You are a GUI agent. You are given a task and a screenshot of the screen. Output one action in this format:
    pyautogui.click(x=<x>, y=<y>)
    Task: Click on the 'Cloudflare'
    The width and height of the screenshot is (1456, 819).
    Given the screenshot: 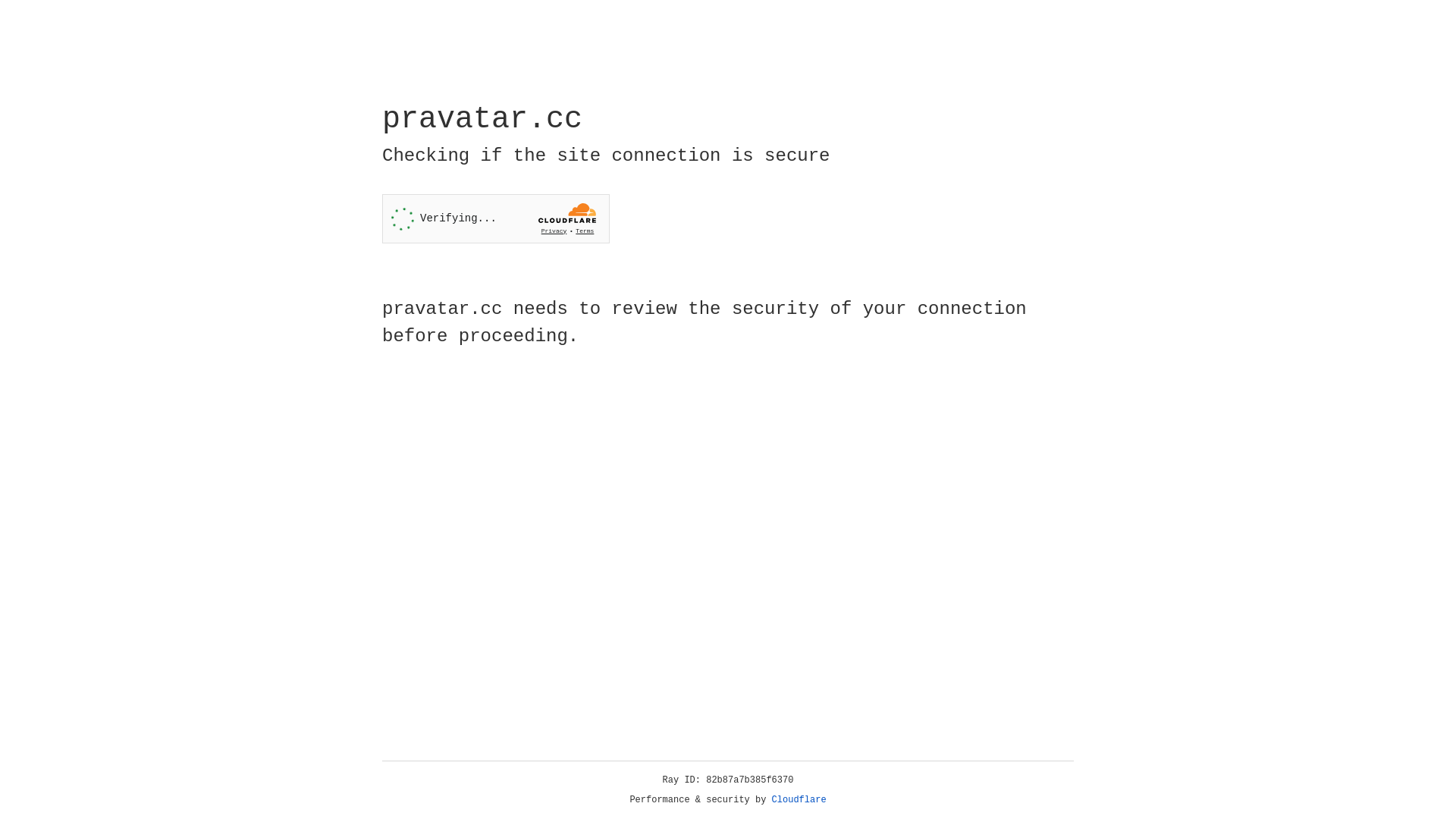 What is the action you would take?
    pyautogui.click(x=799, y=799)
    